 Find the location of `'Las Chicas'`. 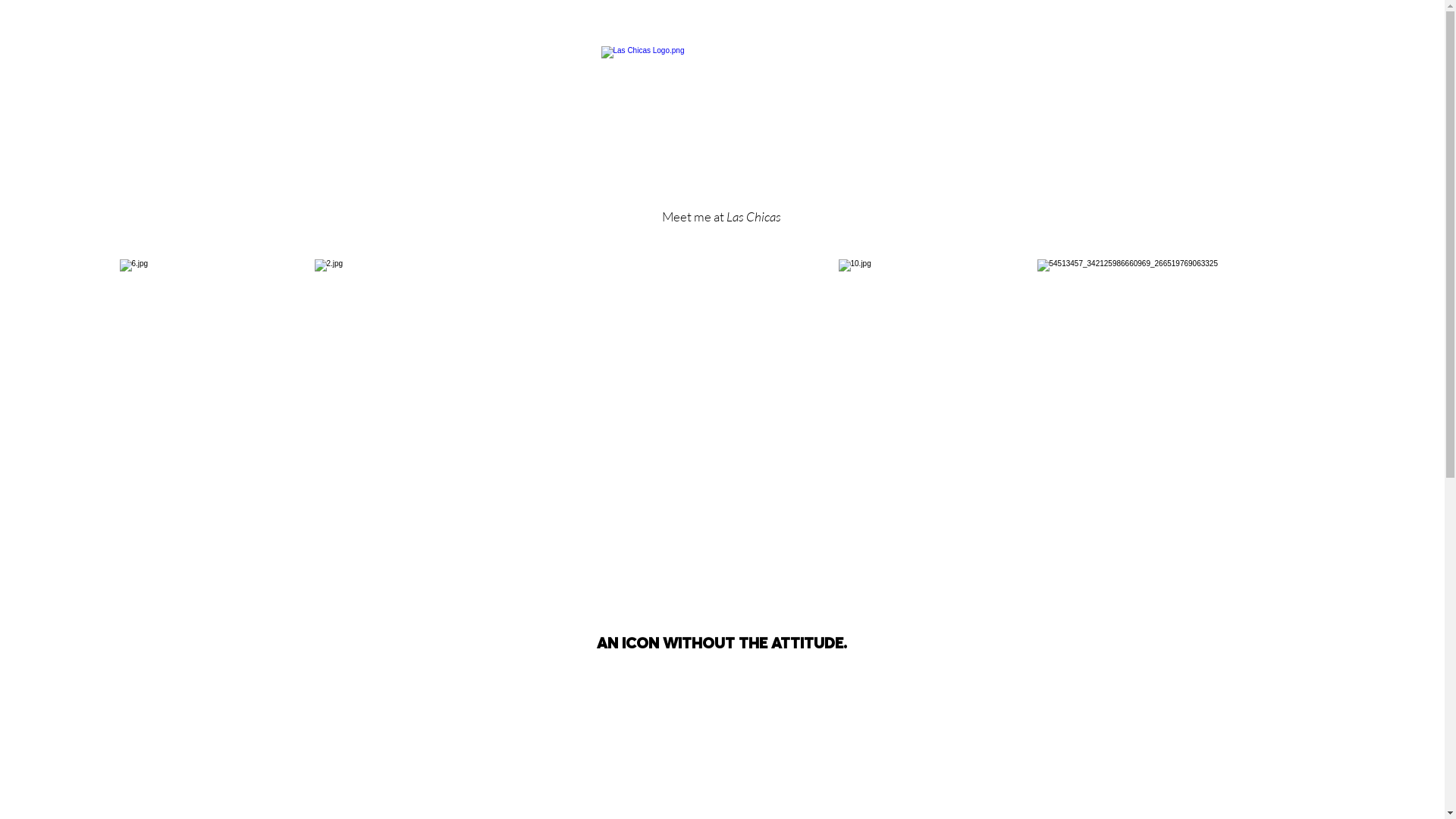

'Las Chicas' is located at coordinates (753, 216).